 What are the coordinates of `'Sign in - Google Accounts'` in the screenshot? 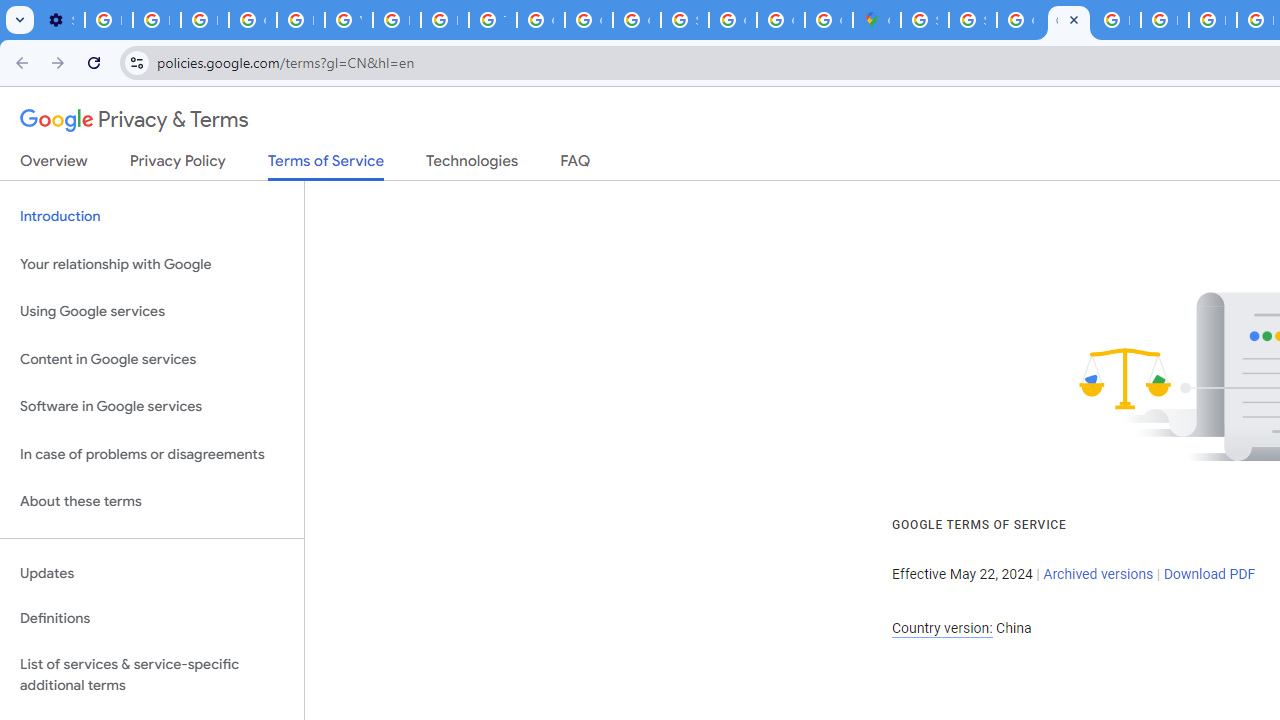 It's located at (972, 20).